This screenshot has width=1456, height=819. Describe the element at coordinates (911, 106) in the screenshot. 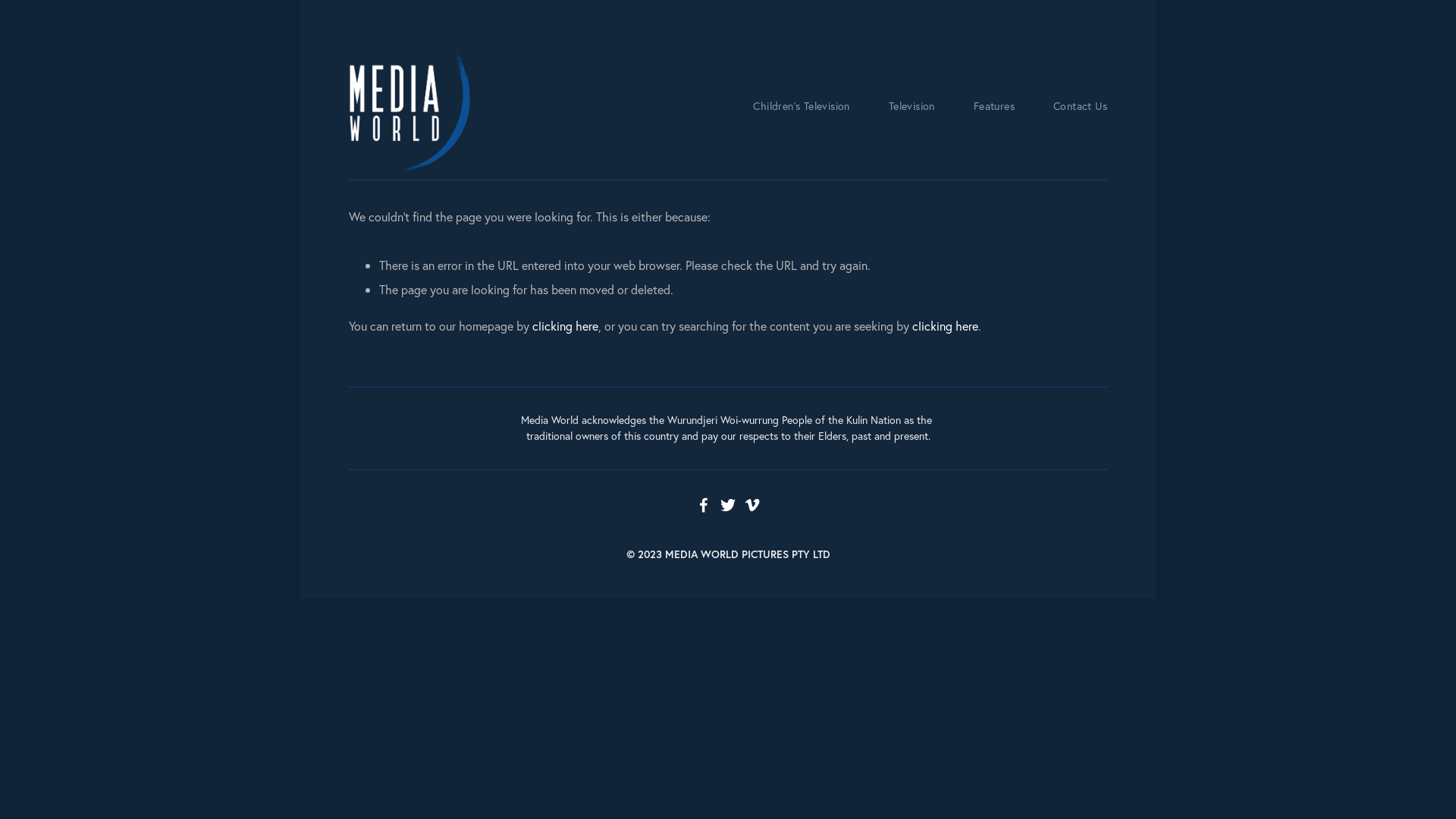

I see `'Television'` at that location.